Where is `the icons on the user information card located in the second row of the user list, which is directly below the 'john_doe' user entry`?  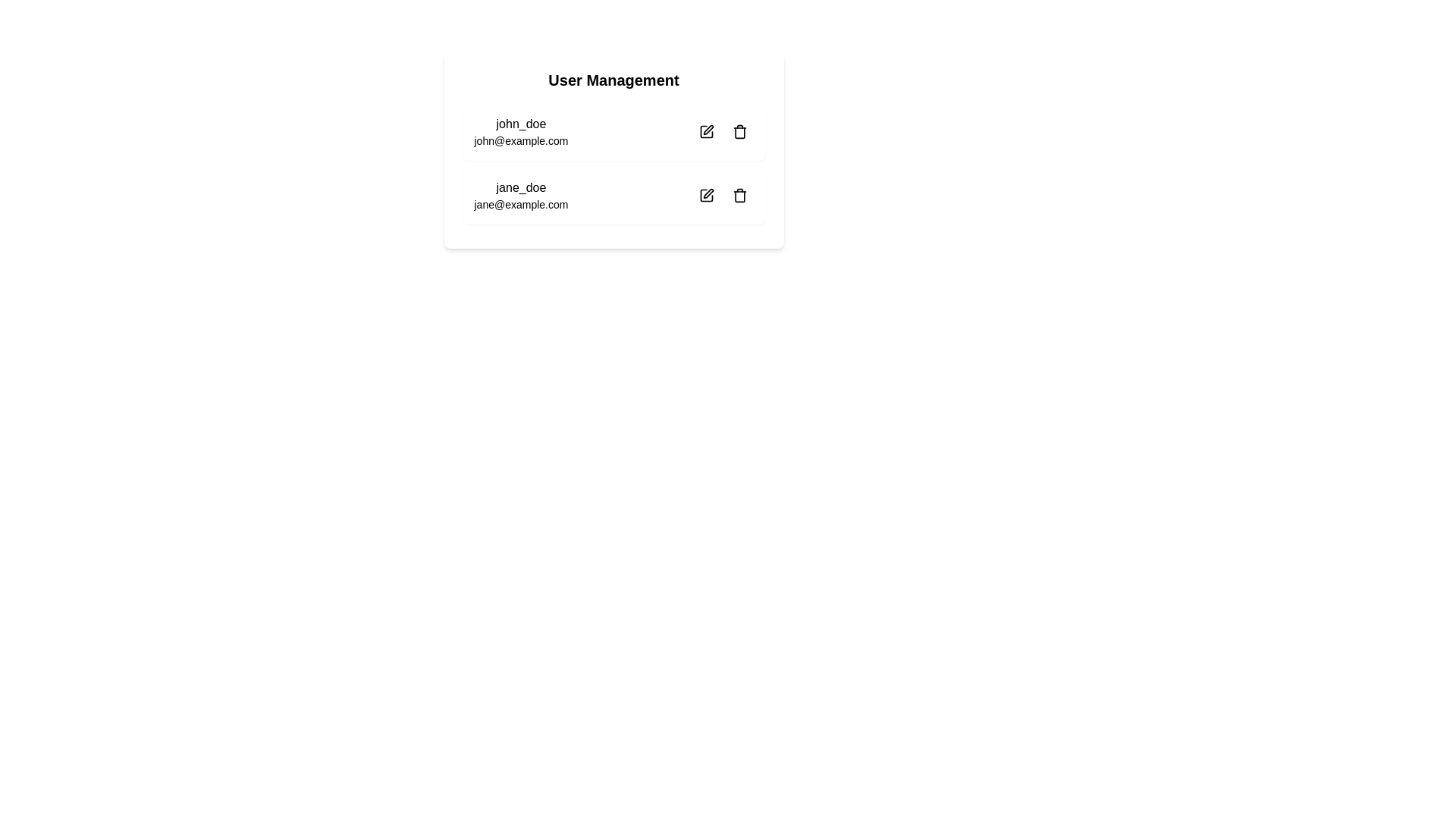
the icons on the user information card located in the second row of the user list, which is directly below the 'john_doe' user entry is located at coordinates (613, 195).